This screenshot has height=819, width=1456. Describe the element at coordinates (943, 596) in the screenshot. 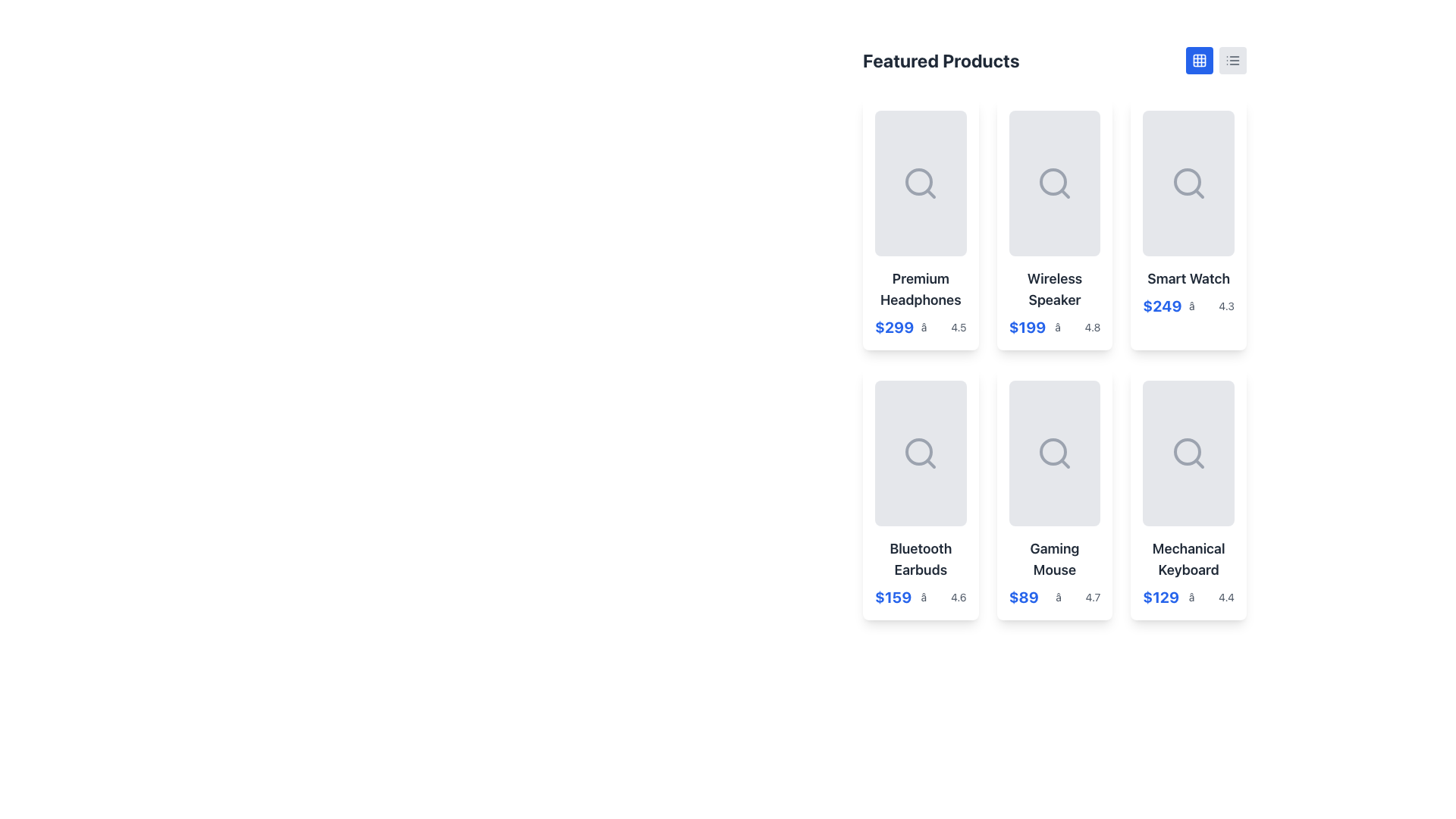

I see `the static text element with a star symbol and the numeric value '4.6' located in the lower section of the card labeled 'Bluetooth Earbuds', right next to the price label '$159'` at that location.